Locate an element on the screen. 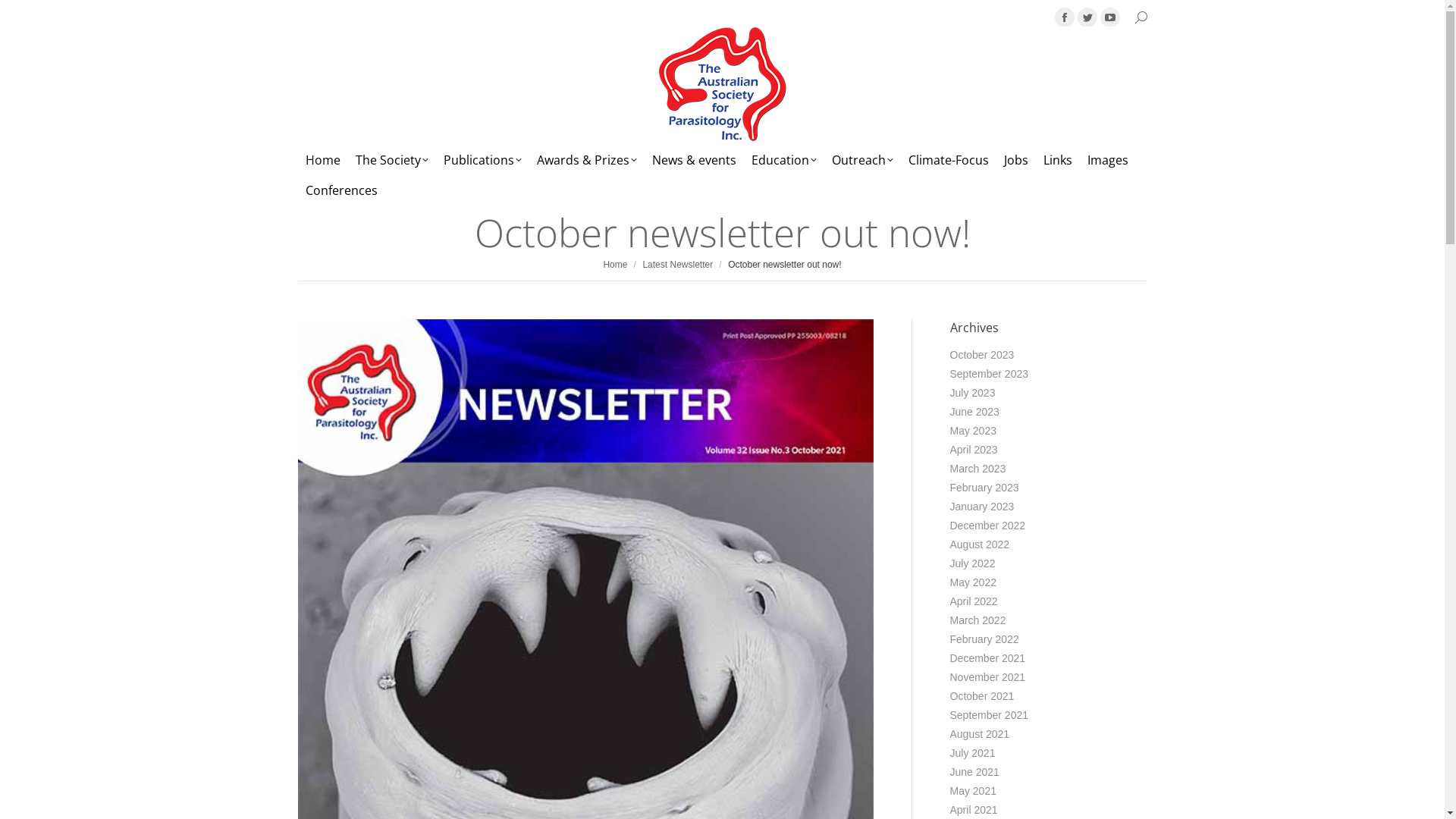 The height and width of the screenshot is (819, 1456). 'May 2023' is located at coordinates (949, 430).